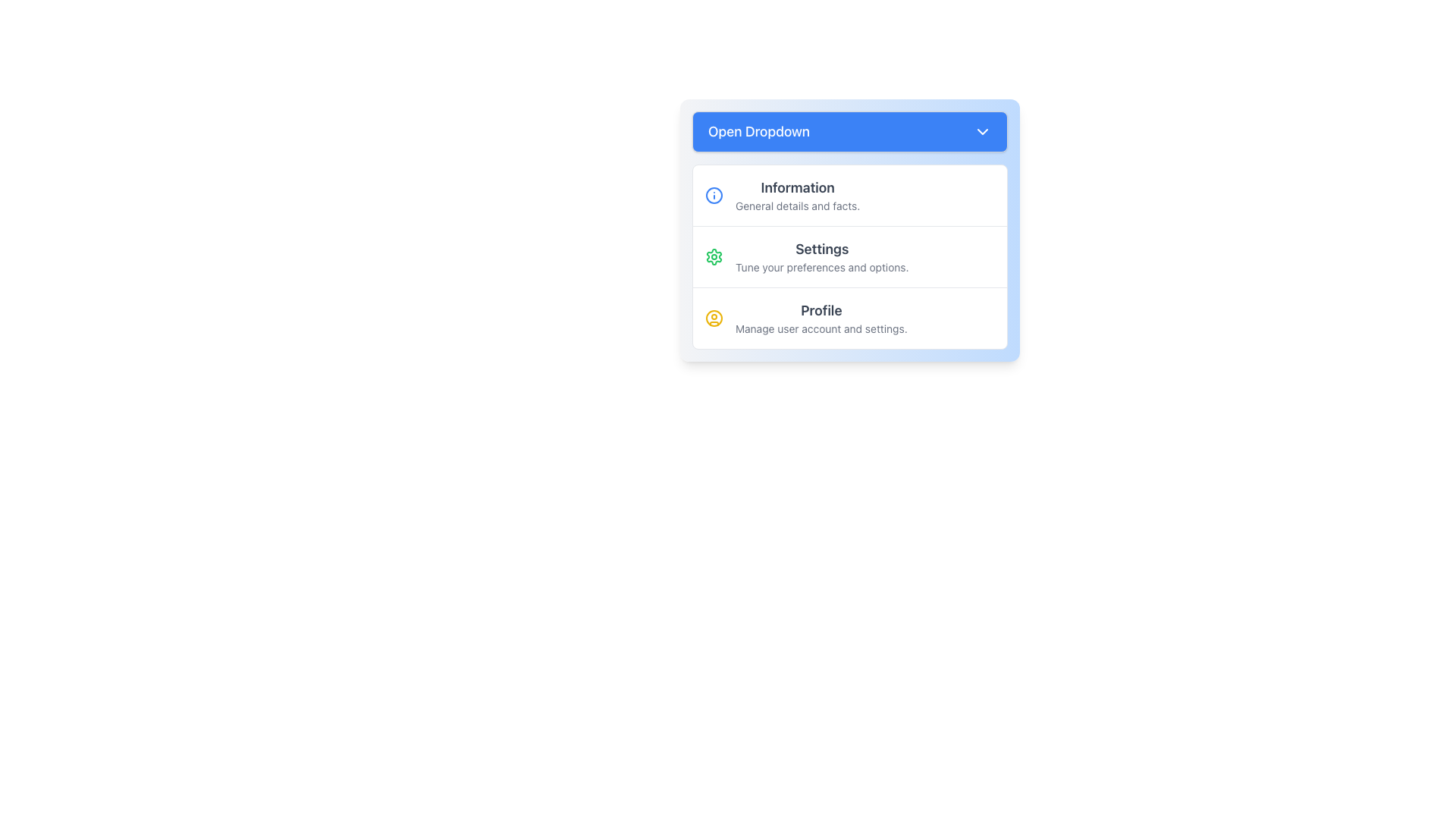  I want to click on the 'Profile' text label, which is a prominent element styled with a large bold font in dark gray, located in the dropdown interface under 'Open Dropdown', so click(821, 309).